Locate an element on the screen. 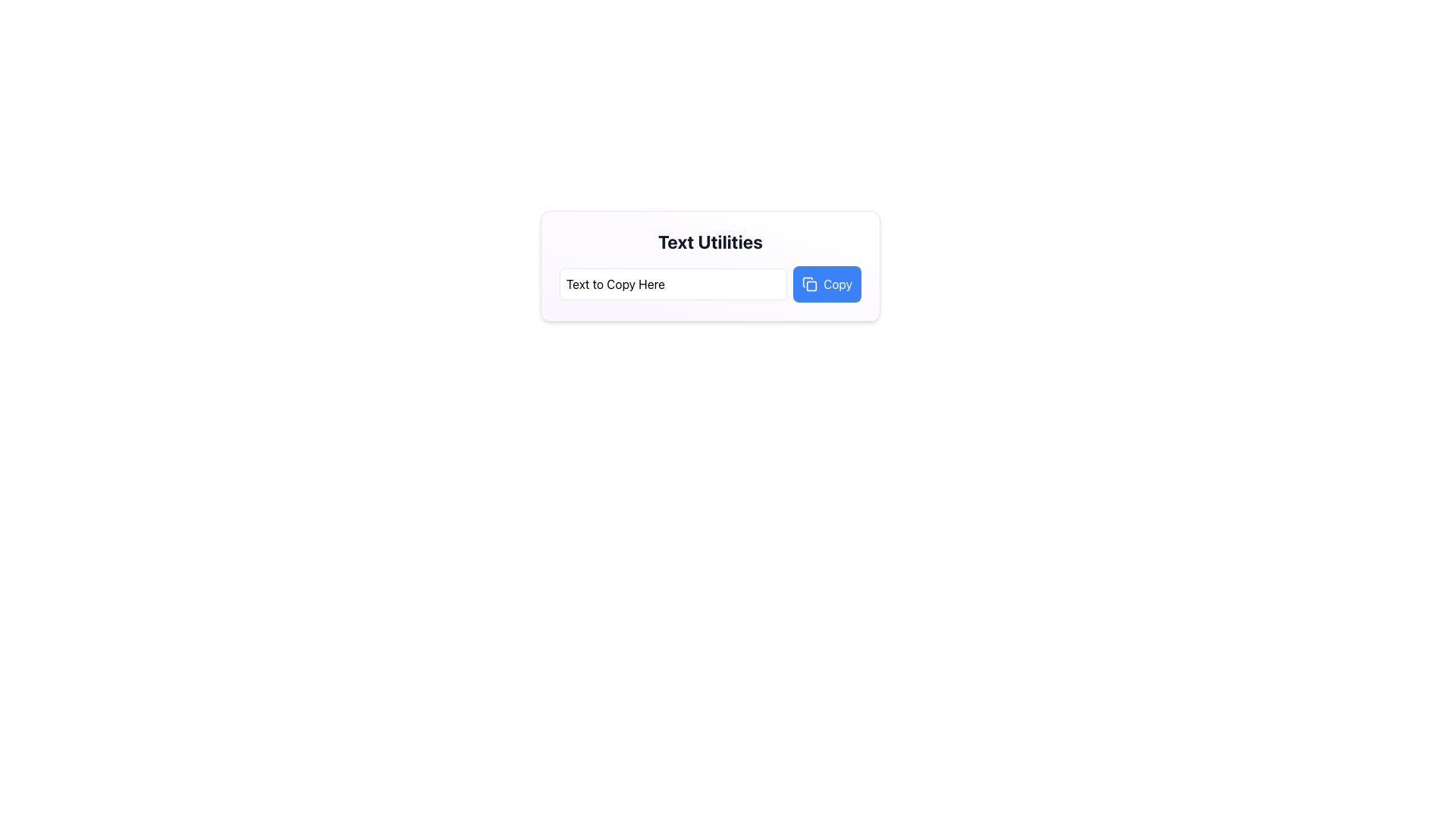 This screenshot has width=1456, height=819. the copy icon within the blue 'Copy' button located at the far-right side of the text input field in the centered card is located at coordinates (809, 284).